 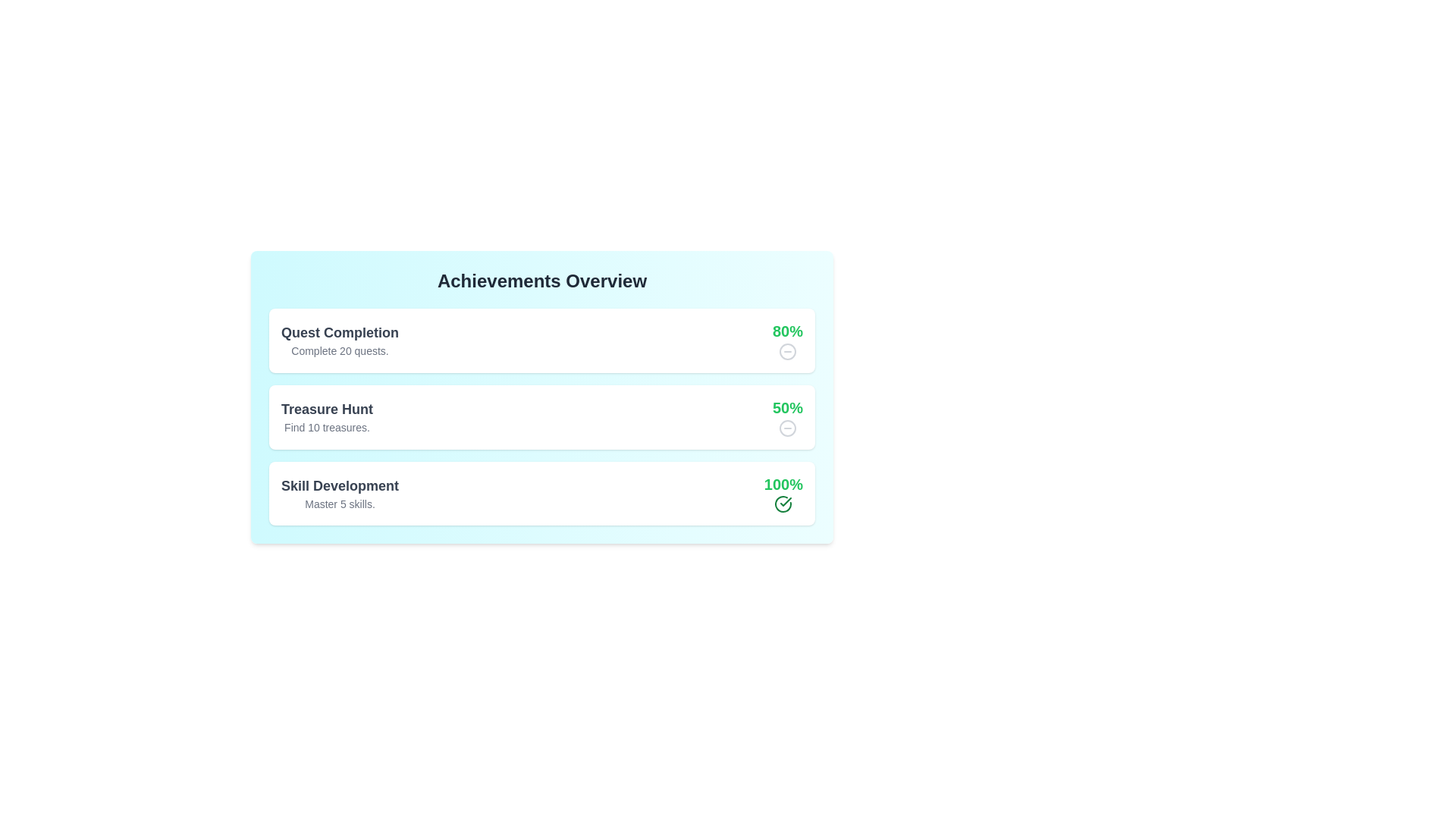 I want to click on the text display showing '100%' in the bottom right corner of the 'Skill Development' card, so click(x=783, y=484).